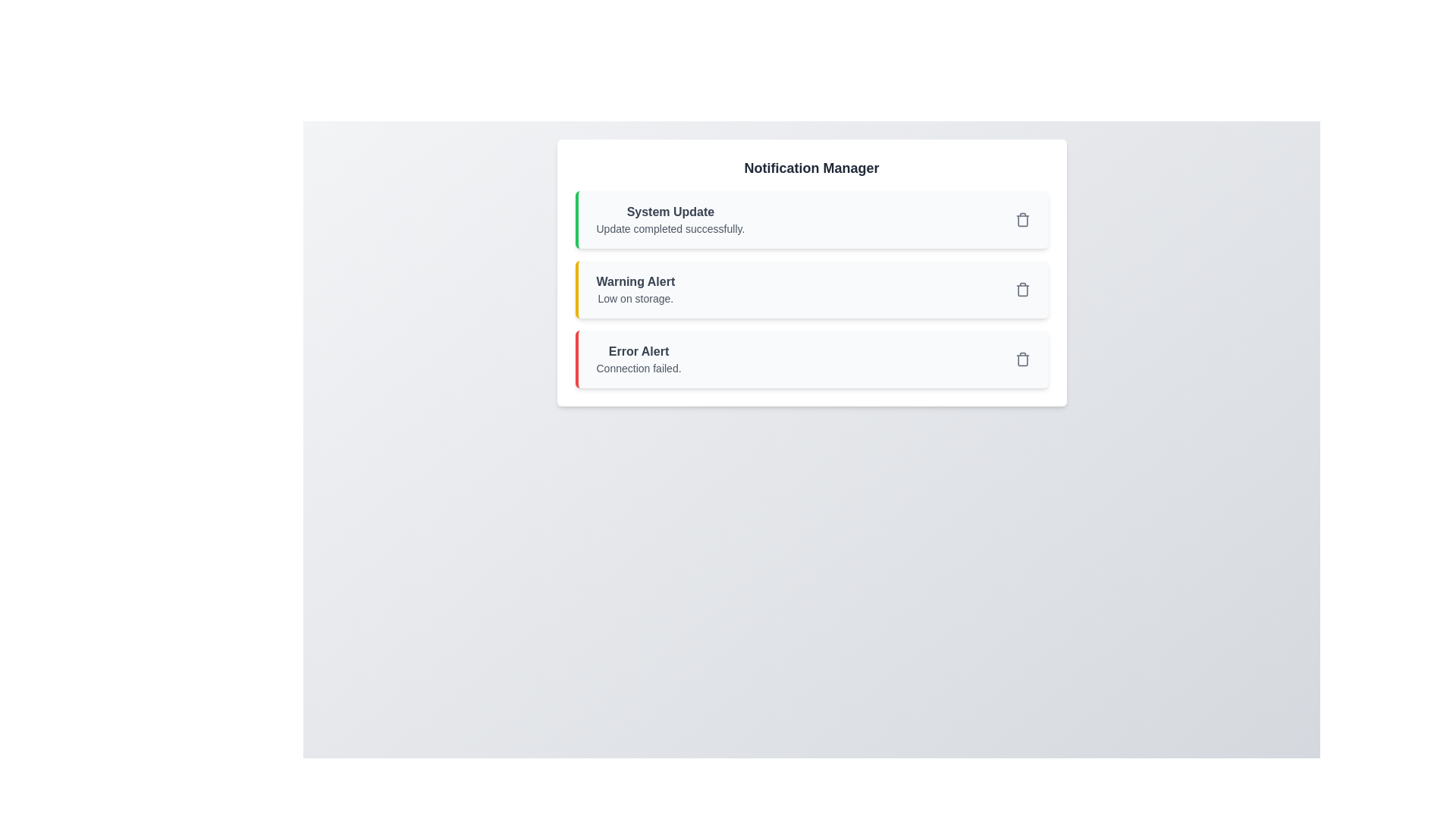 The image size is (1456, 819). What do you see at coordinates (639, 359) in the screenshot?
I see `error message displayed as 'Connection failed.' in the Static text titled 'Error Alert' located in the Notification Manager section` at bounding box center [639, 359].